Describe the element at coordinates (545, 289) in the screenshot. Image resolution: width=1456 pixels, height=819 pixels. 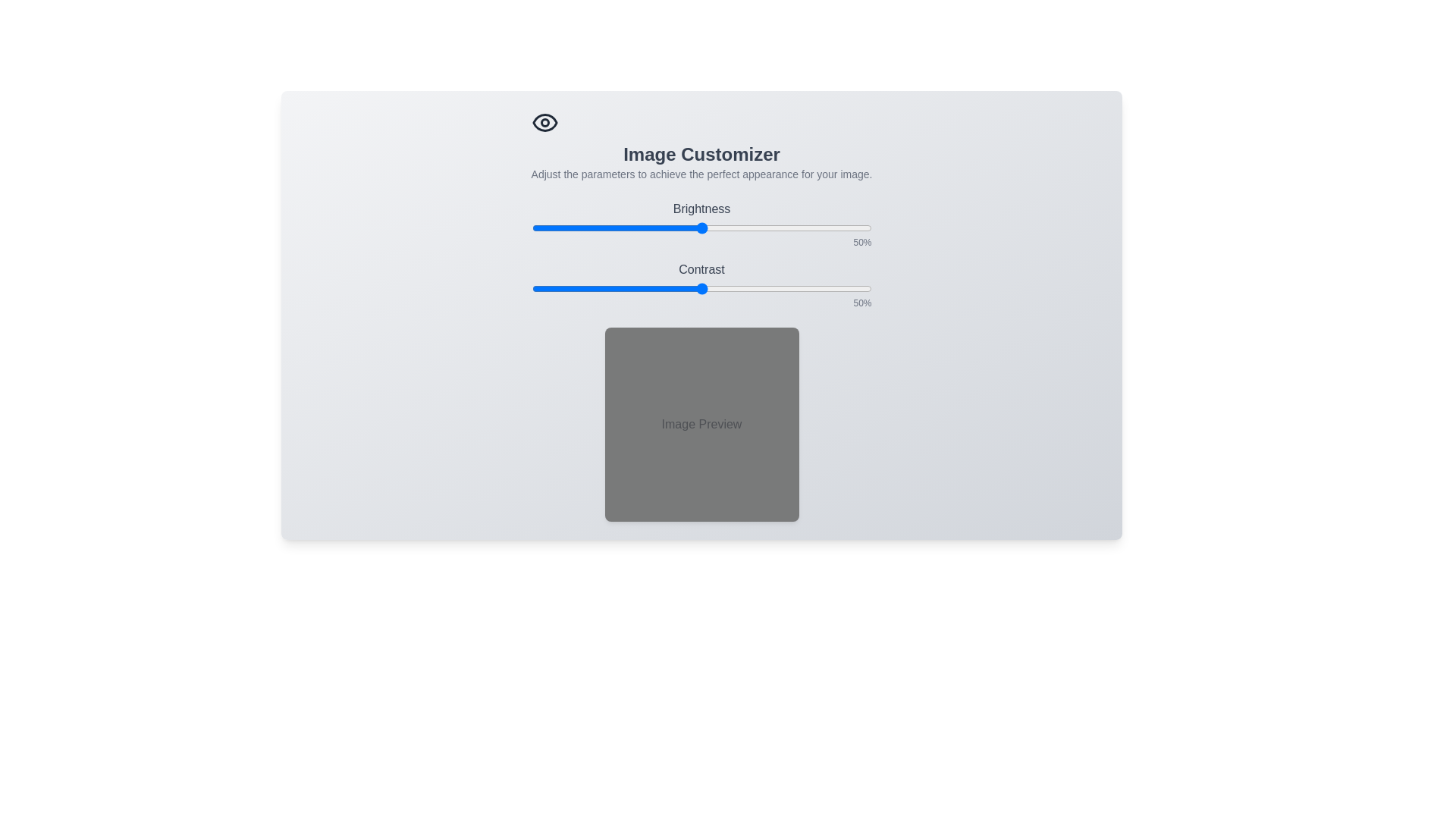
I see `the contrast slider to 4%` at that location.